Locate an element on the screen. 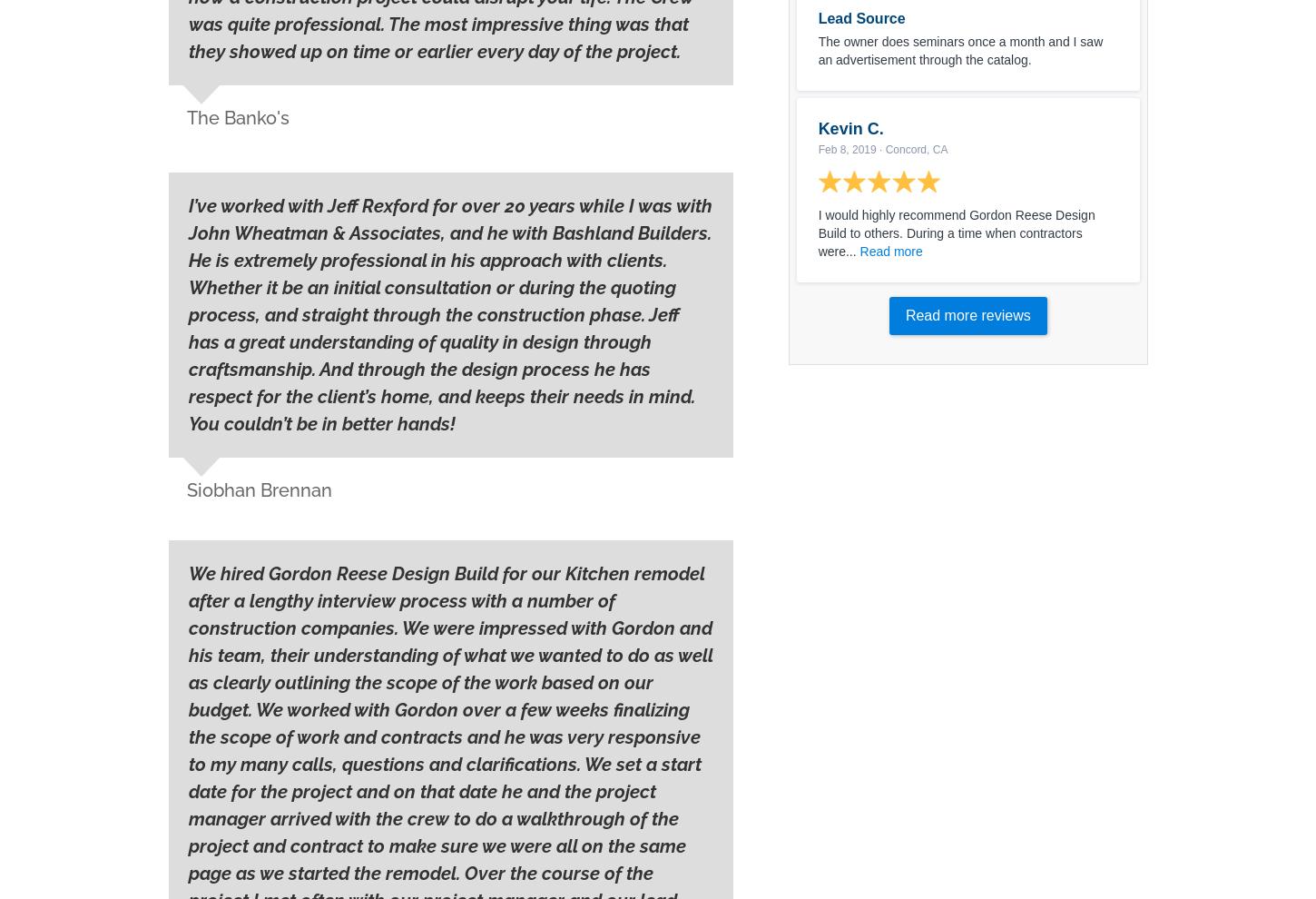  'I’ve worked with Jeff Rexford for over 20 years while I was with John Wheatman & Associates, and he with Bashland Builders. He is extremely professional in his approach with clients. Whether it be an initial consultation or during the quoting process, and straight through the construction phase. Jeff has a great understanding of quality in design through craftsmanship. And through the design process he has respect for the client’s home, and keeps their needs in mind. You couldn’t be in better hands!' is located at coordinates (450, 313).